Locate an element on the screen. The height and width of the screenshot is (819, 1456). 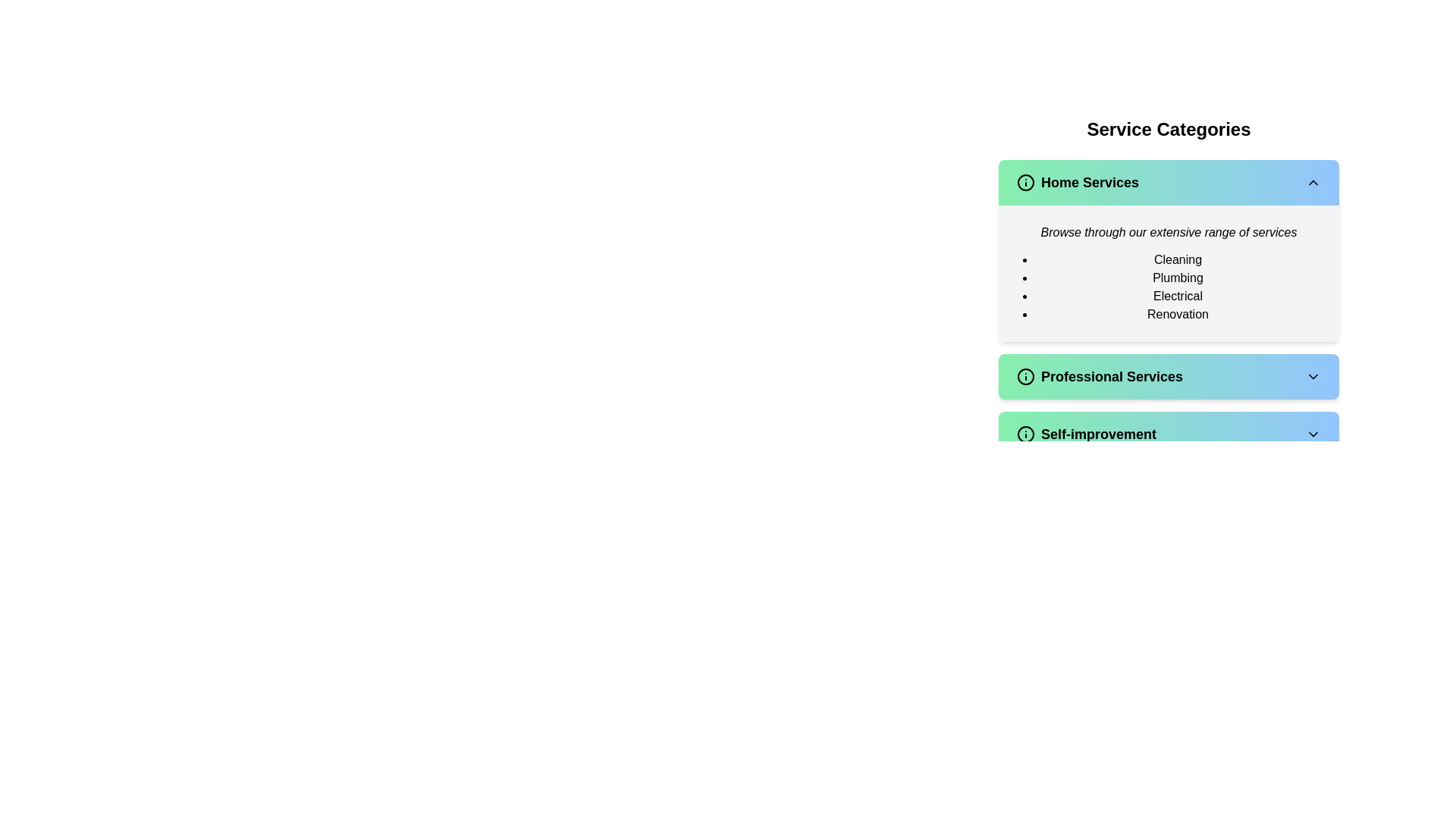
the circular SVG icon located to the left of the 'Home Services' heading text, which serves as a visual marker for the section is located at coordinates (1026, 181).